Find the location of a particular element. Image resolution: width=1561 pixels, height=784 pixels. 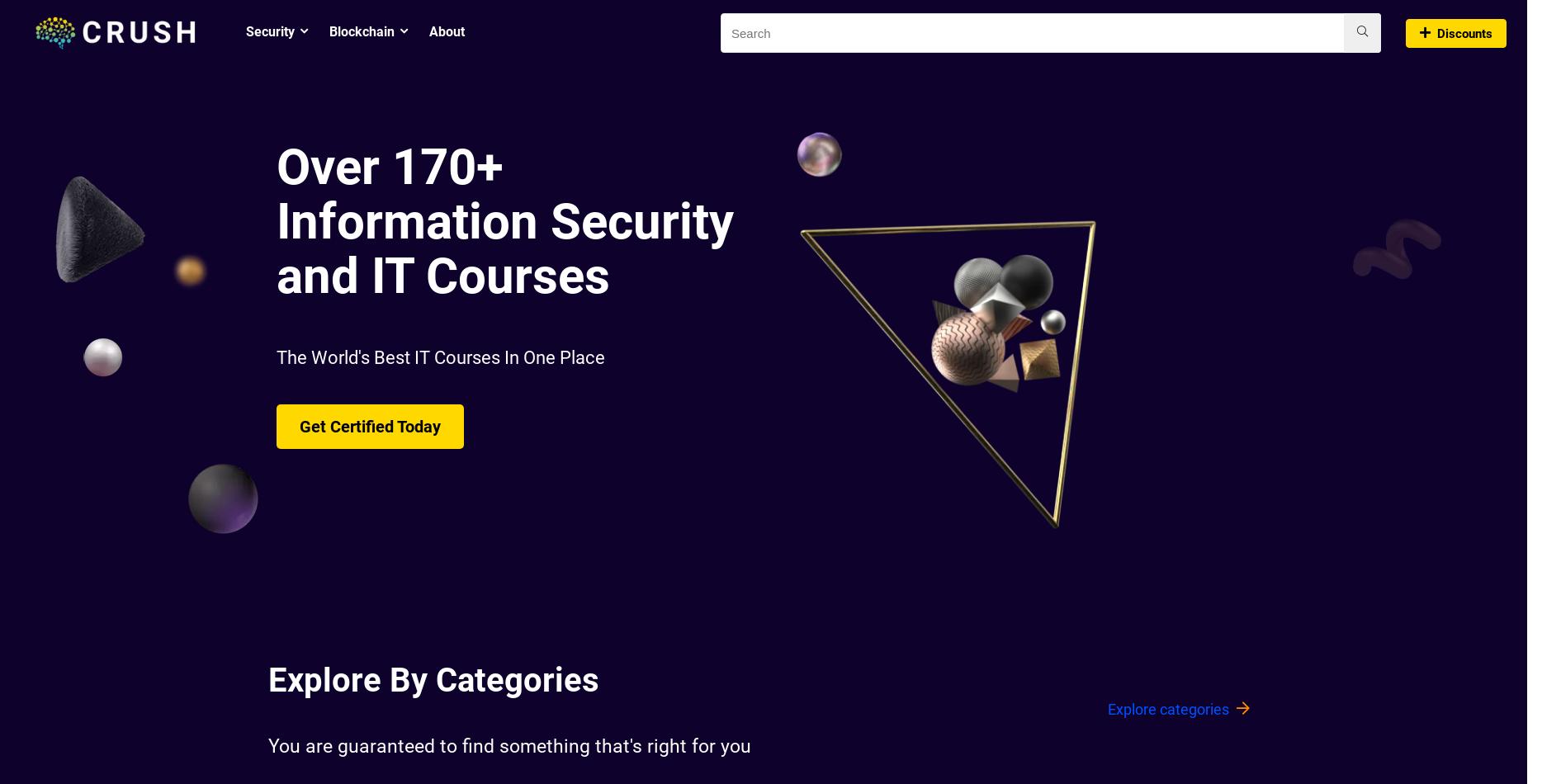

'Information Security and IT Courses' is located at coordinates (504, 248).